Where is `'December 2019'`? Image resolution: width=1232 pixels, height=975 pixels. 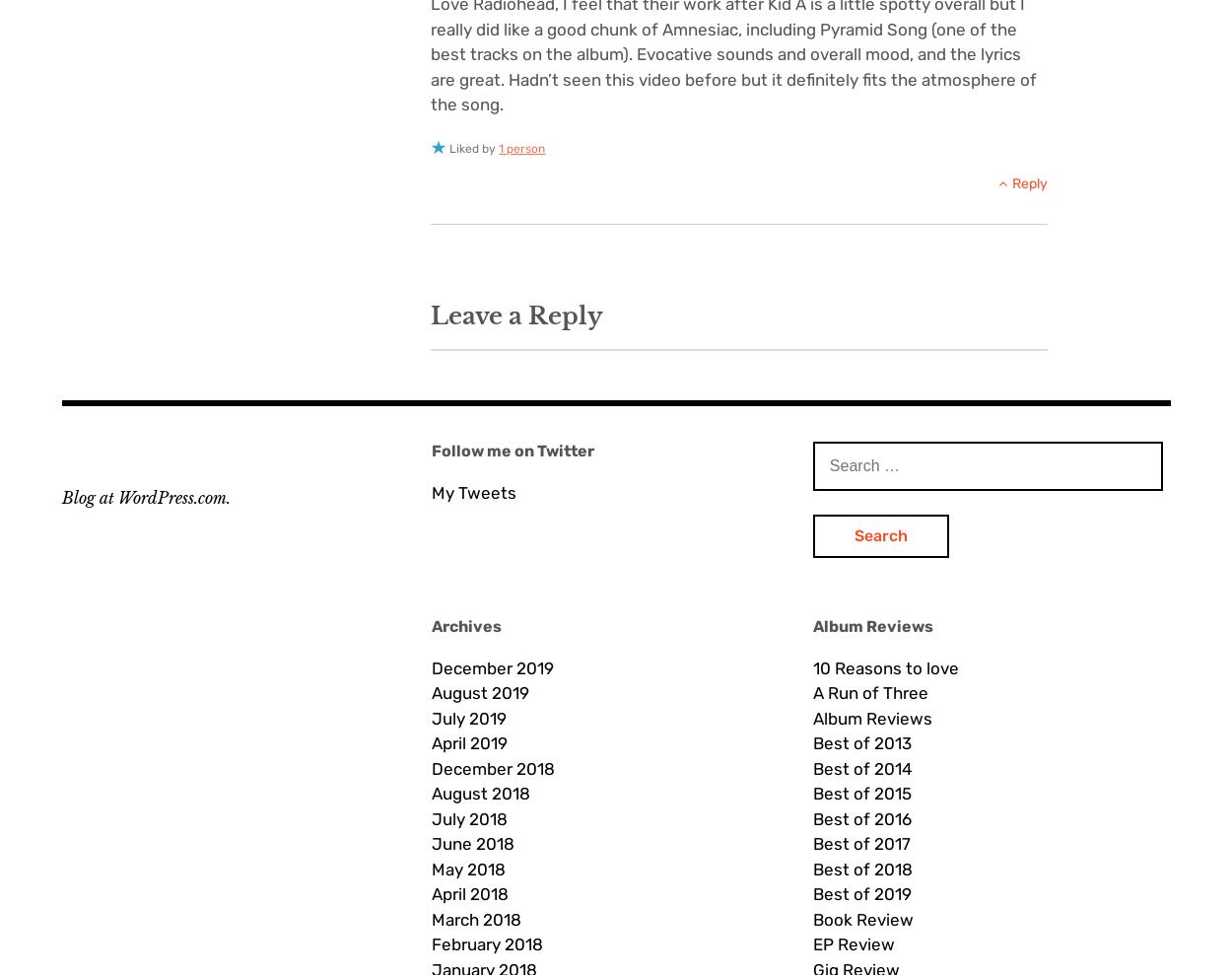
'December 2019' is located at coordinates (431, 665).